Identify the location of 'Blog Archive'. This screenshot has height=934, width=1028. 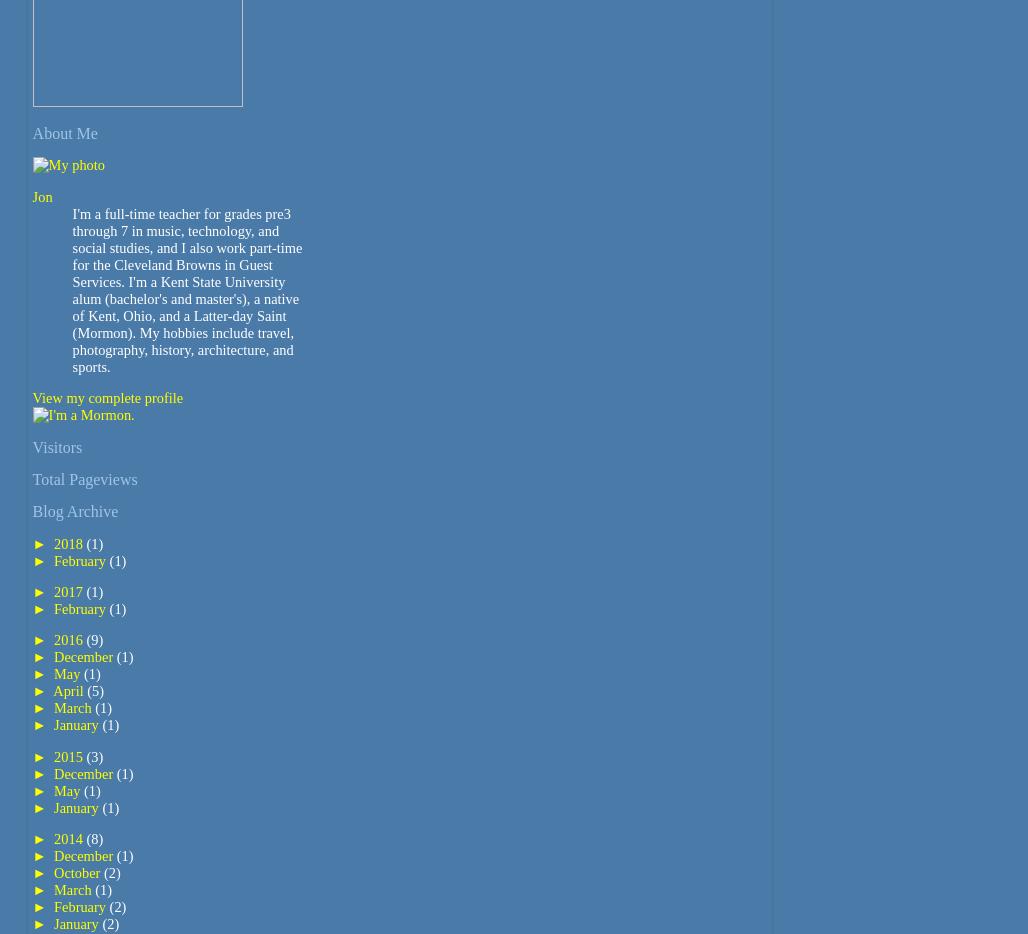
(74, 510).